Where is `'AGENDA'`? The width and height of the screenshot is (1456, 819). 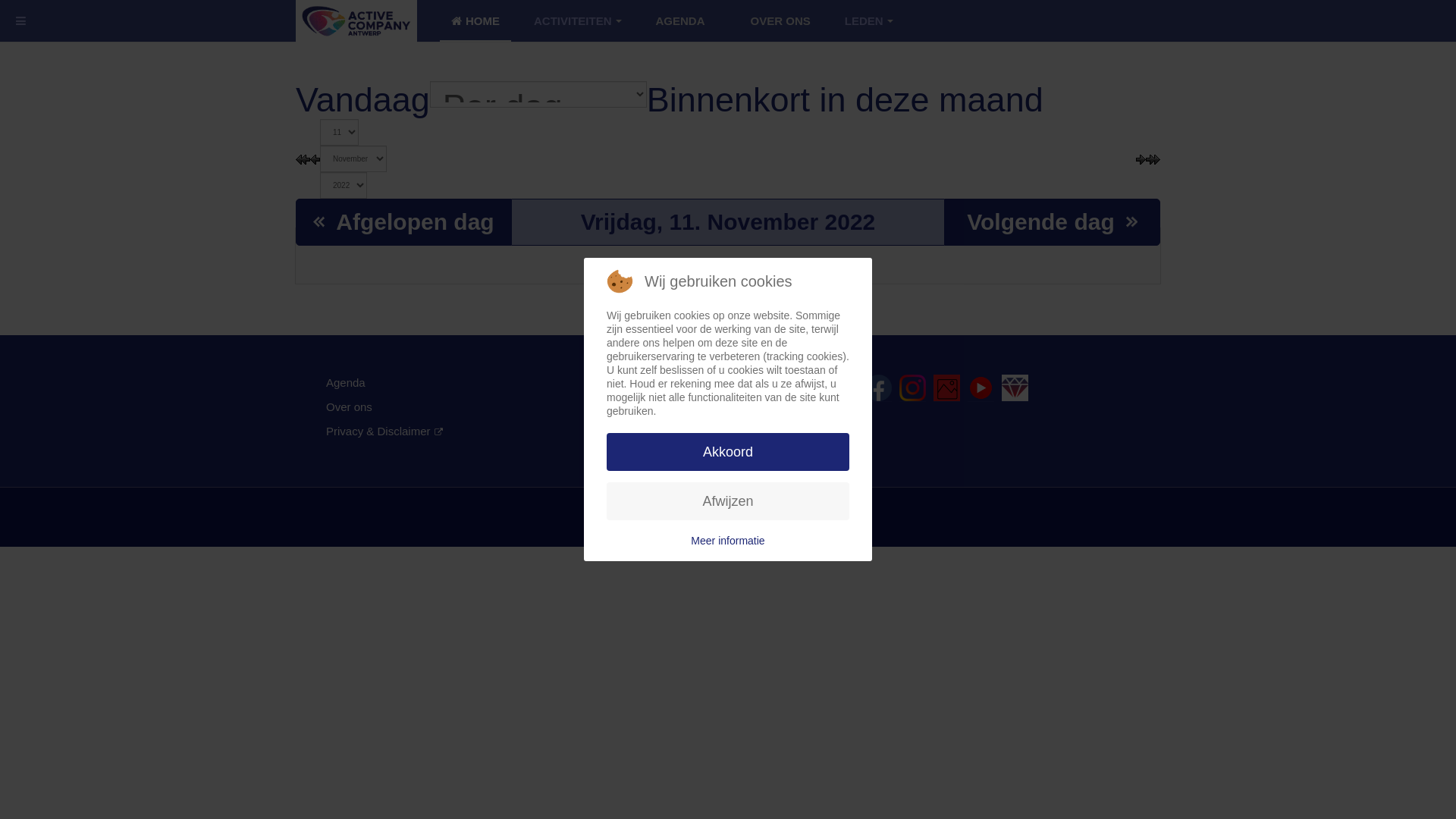
'AGENDA' is located at coordinates (679, 20).